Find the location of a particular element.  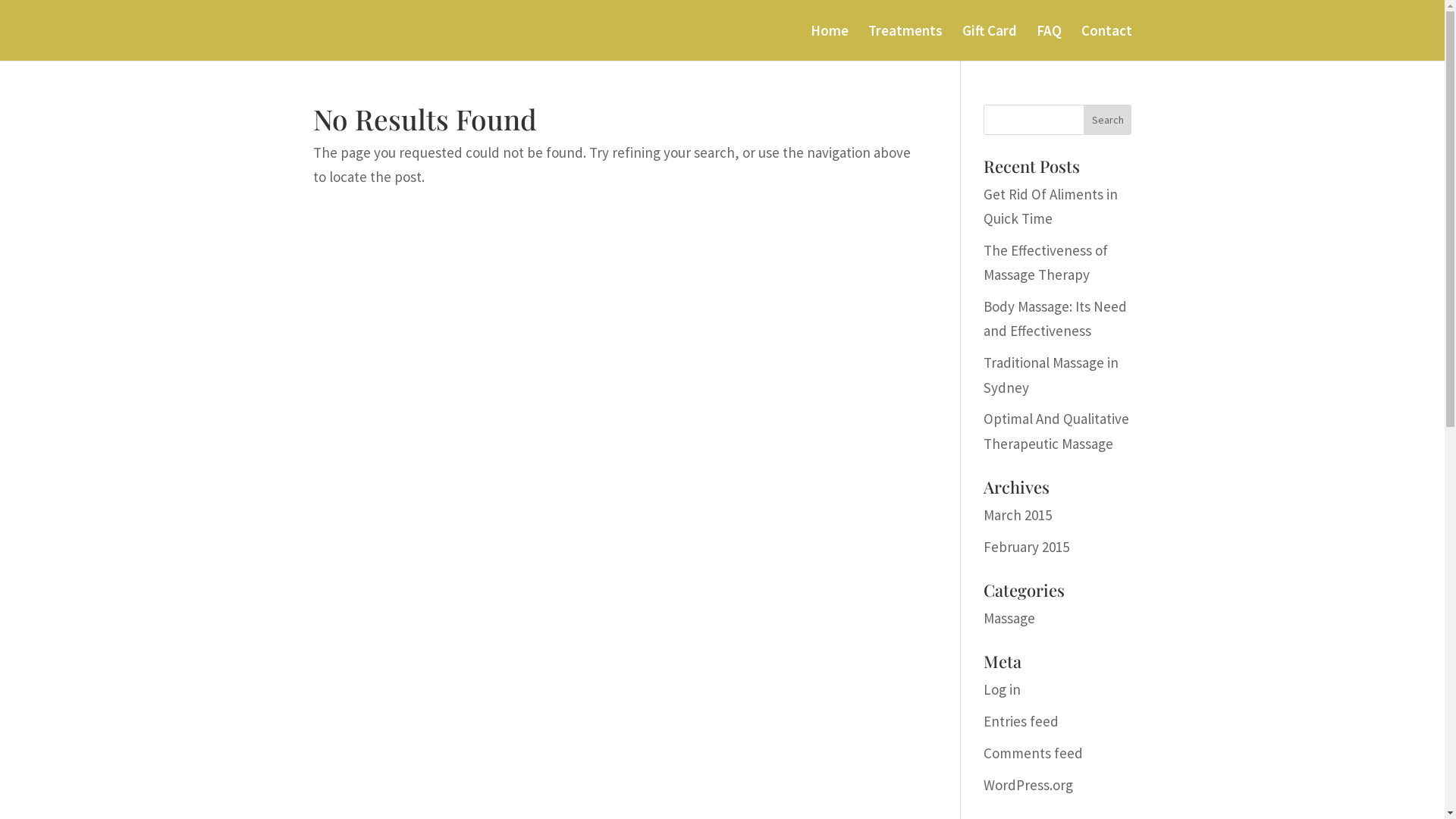

'Contact' is located at coordinates (1106, 42).